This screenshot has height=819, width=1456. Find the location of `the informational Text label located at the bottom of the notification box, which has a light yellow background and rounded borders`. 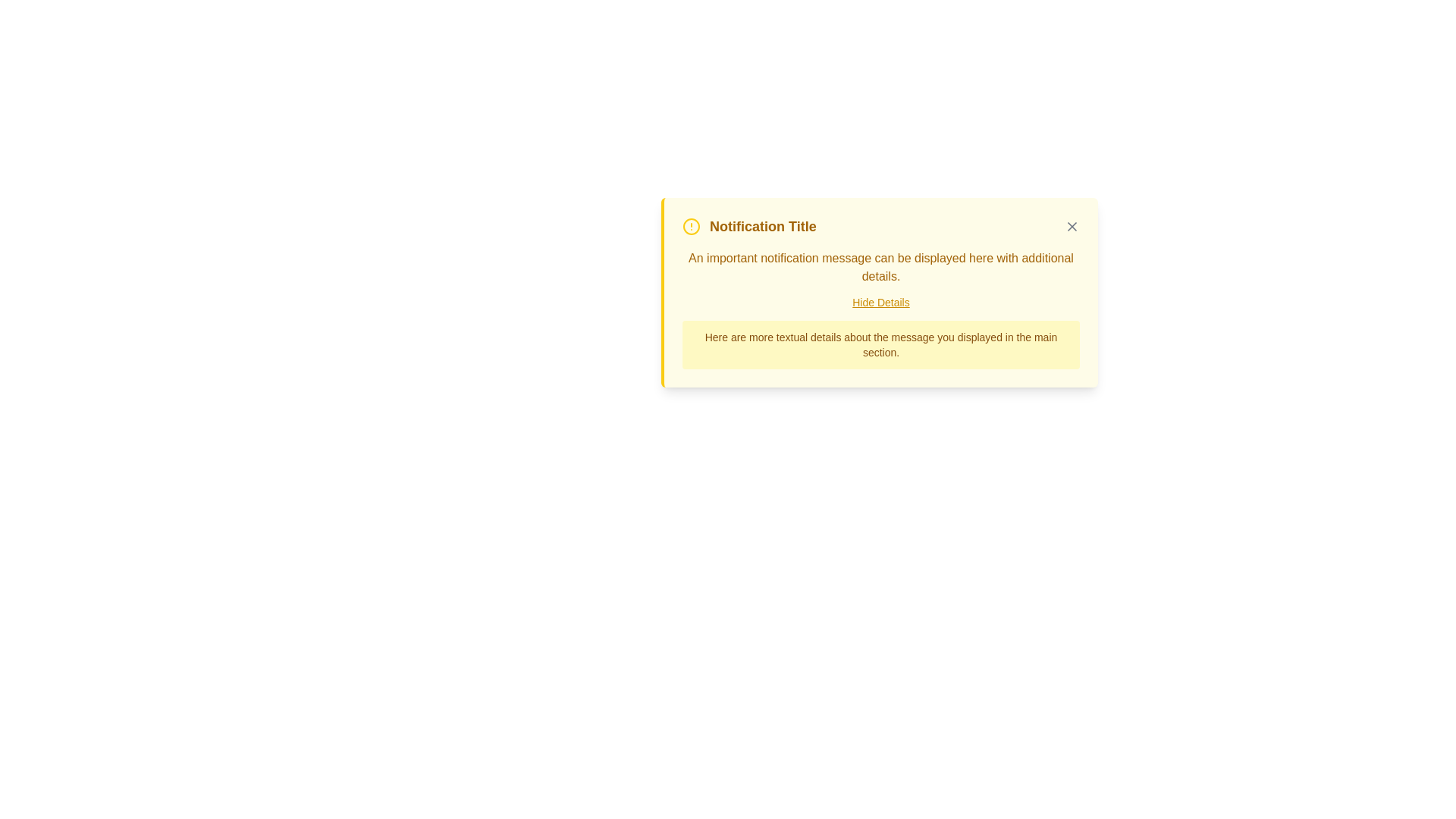

the informational Text label located at the bottom of the notification box, which has a light yellow background and rounded borders is located at coordinates (880, 345).